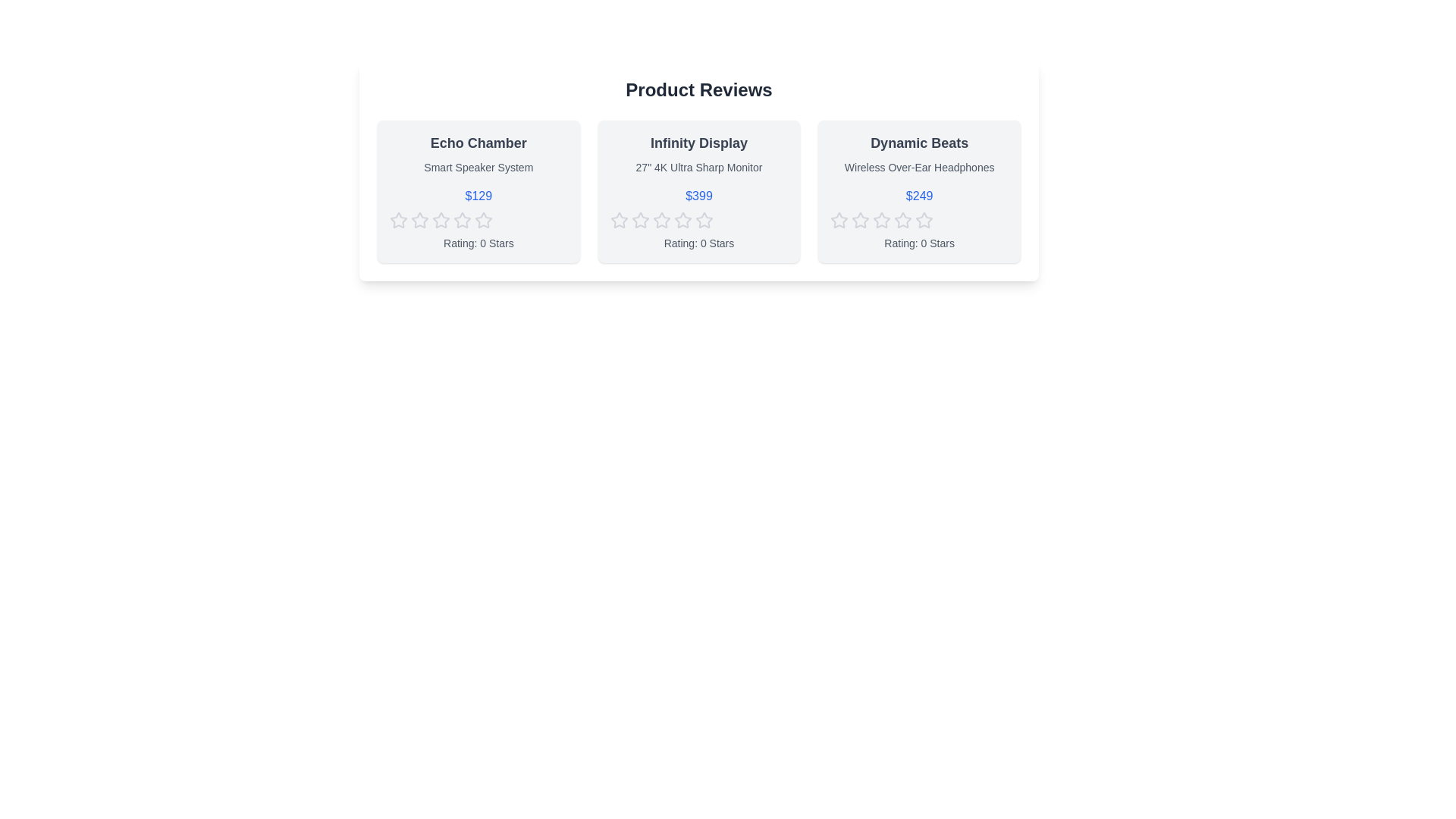  I want to click on the text label that reads 'Smart Speaker System', which is styled in gray and positioned below the product title 'Echo Chamber' and above the pricing information '$129', so click(478, 167).